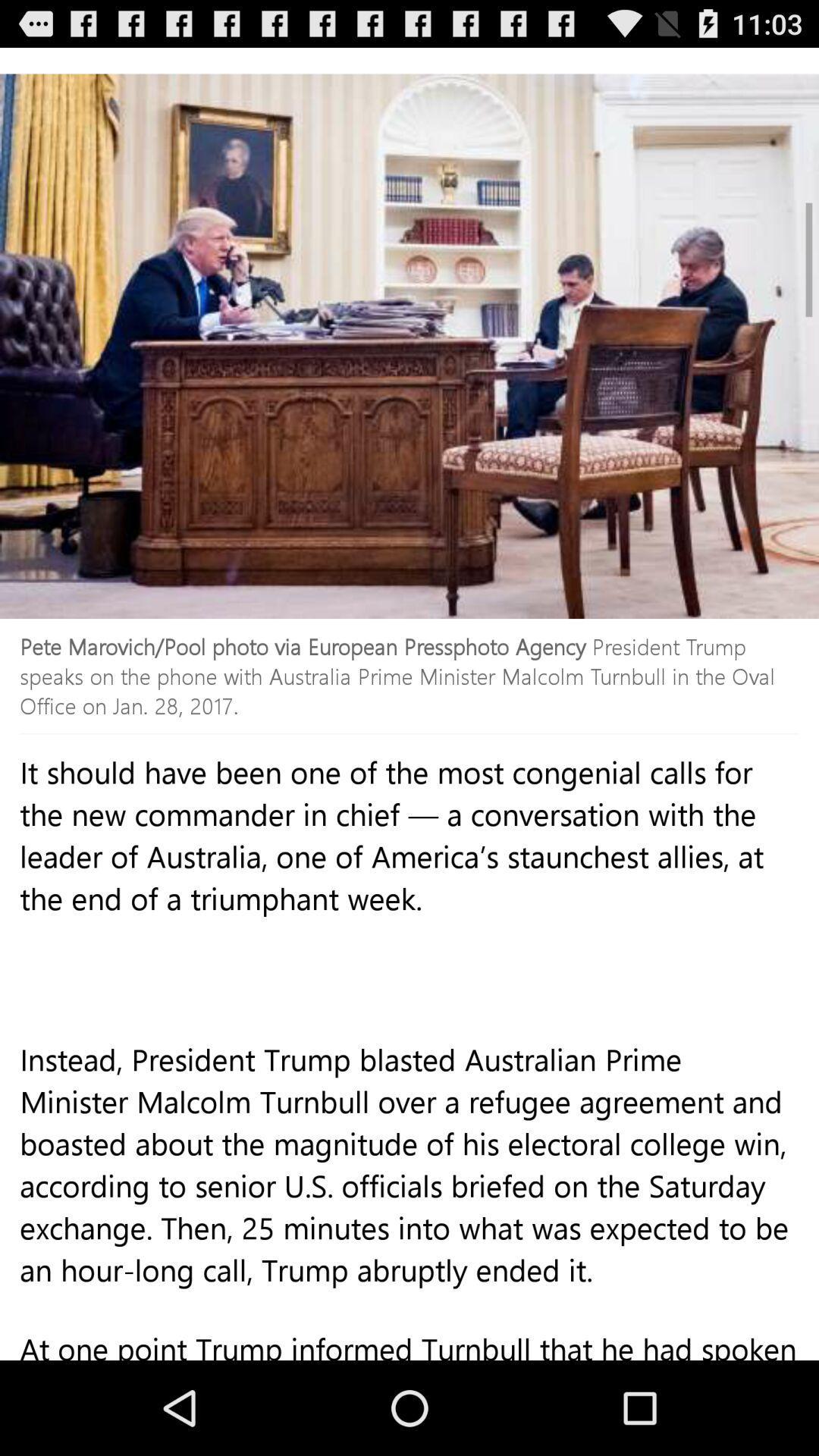  I want to click on icon below the it should have item, so click(409, 1197).